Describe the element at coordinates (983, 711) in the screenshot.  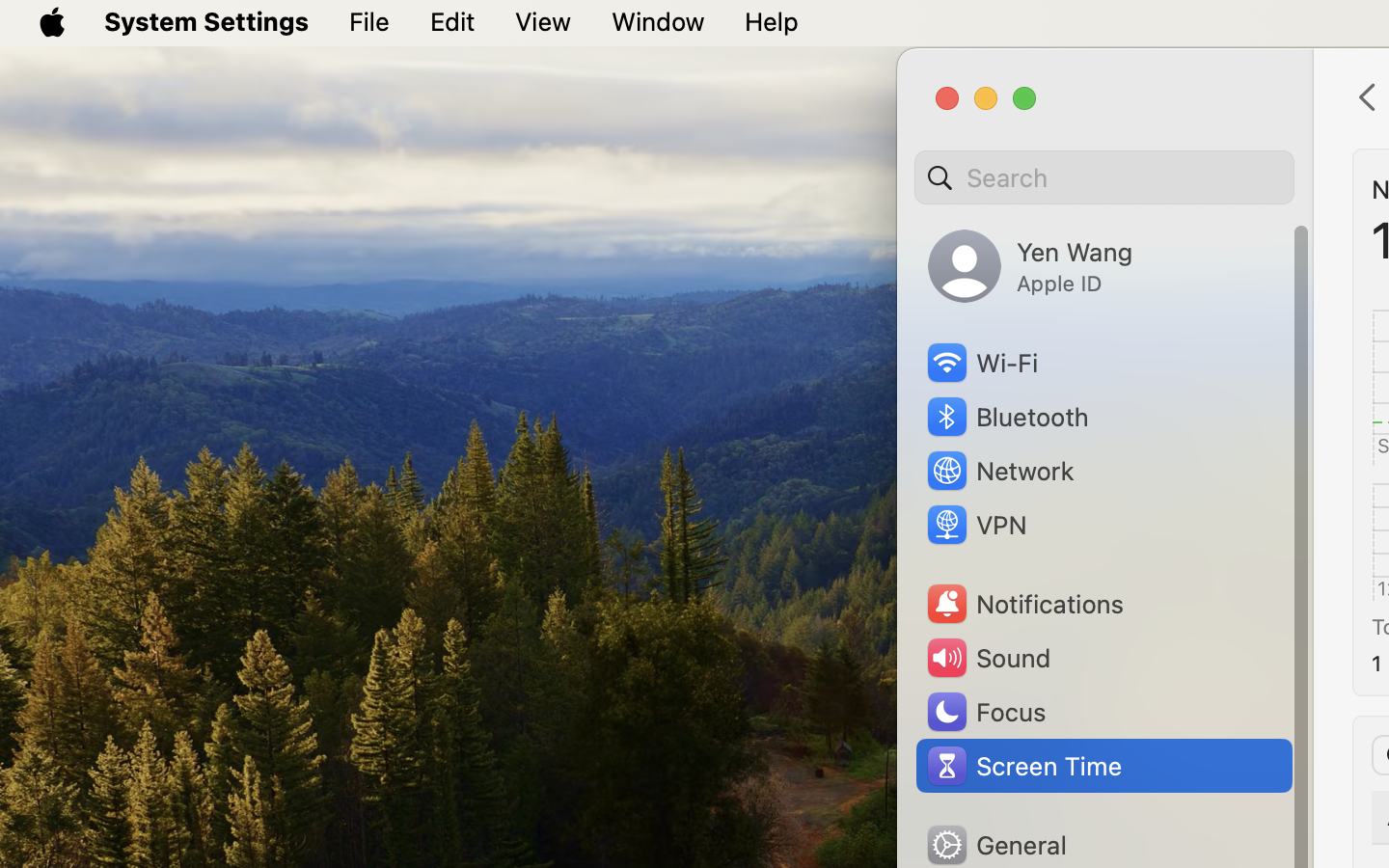
I see `'Focus'` at that location.